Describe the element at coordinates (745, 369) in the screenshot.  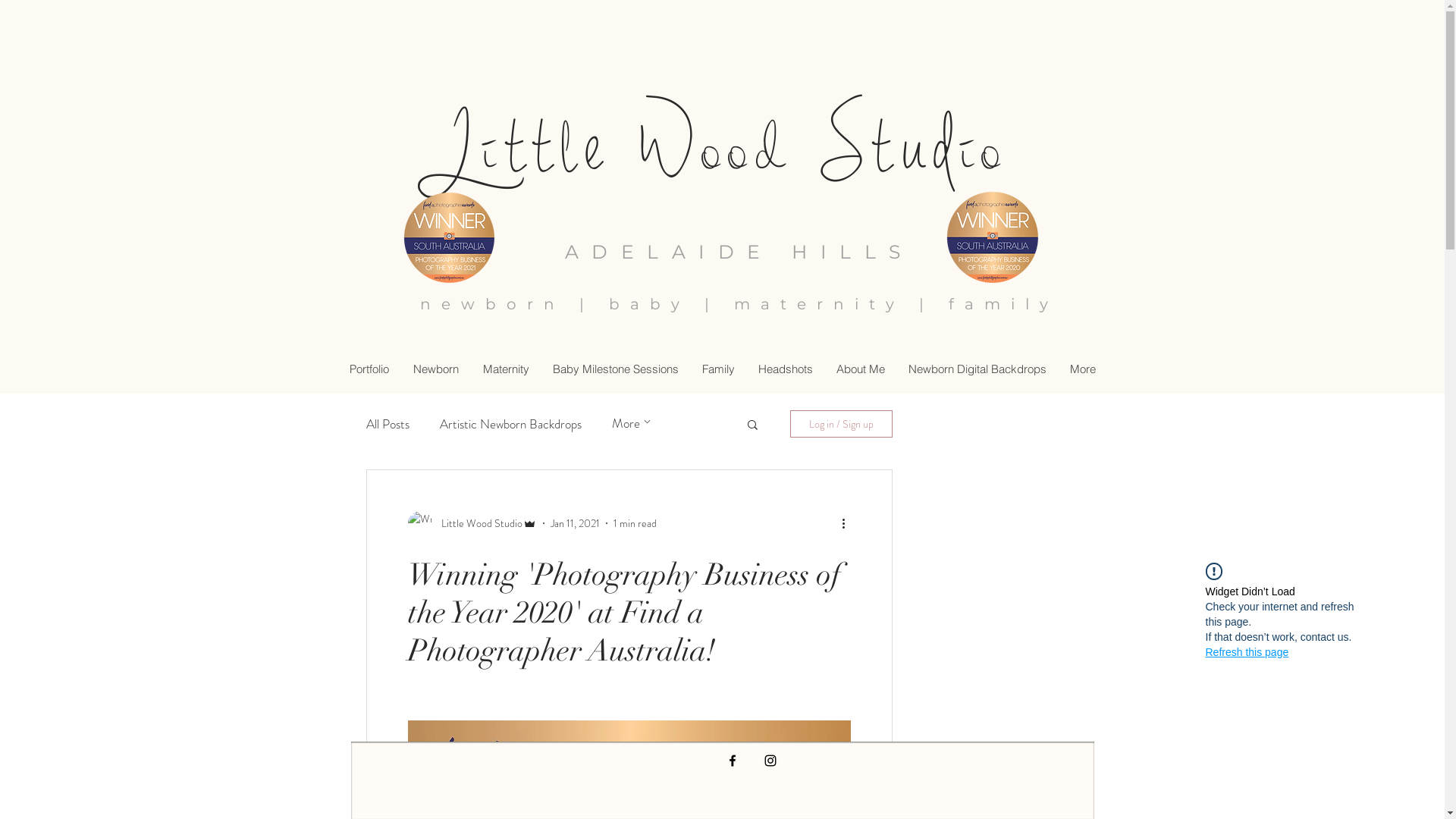
I see `'Headshots'` at that location.